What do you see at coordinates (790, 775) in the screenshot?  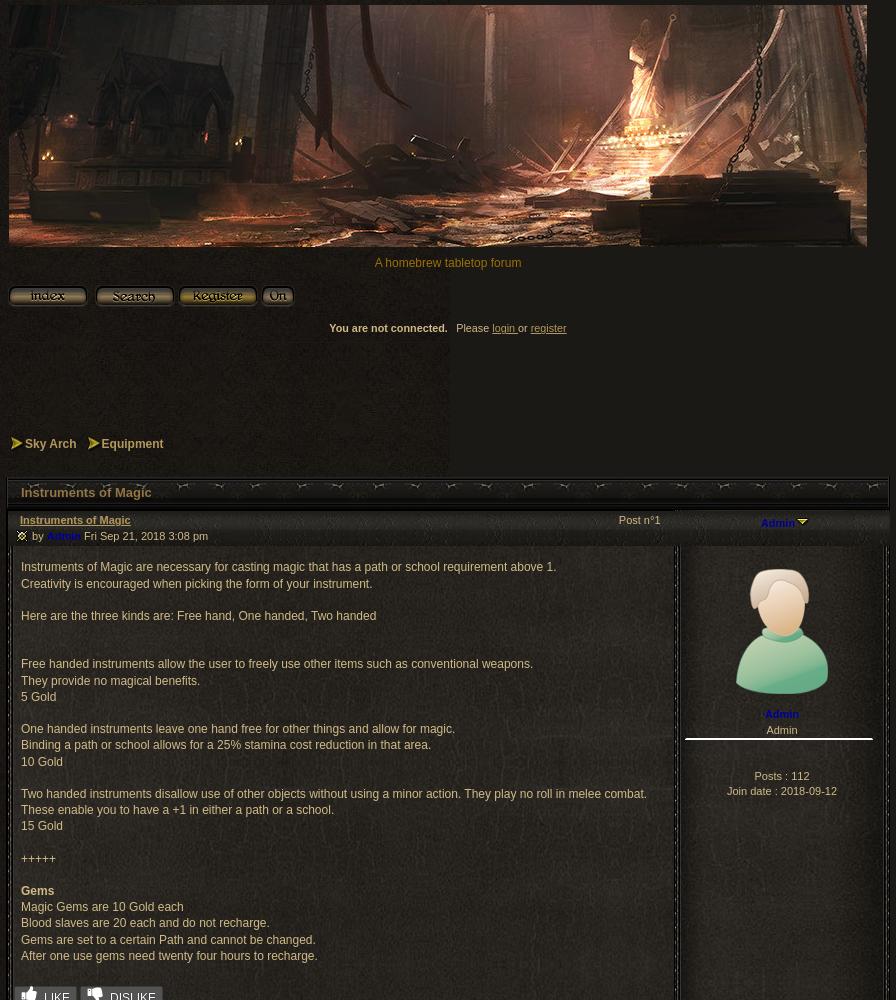 I see `'112'` at bounding box center [790, 775].